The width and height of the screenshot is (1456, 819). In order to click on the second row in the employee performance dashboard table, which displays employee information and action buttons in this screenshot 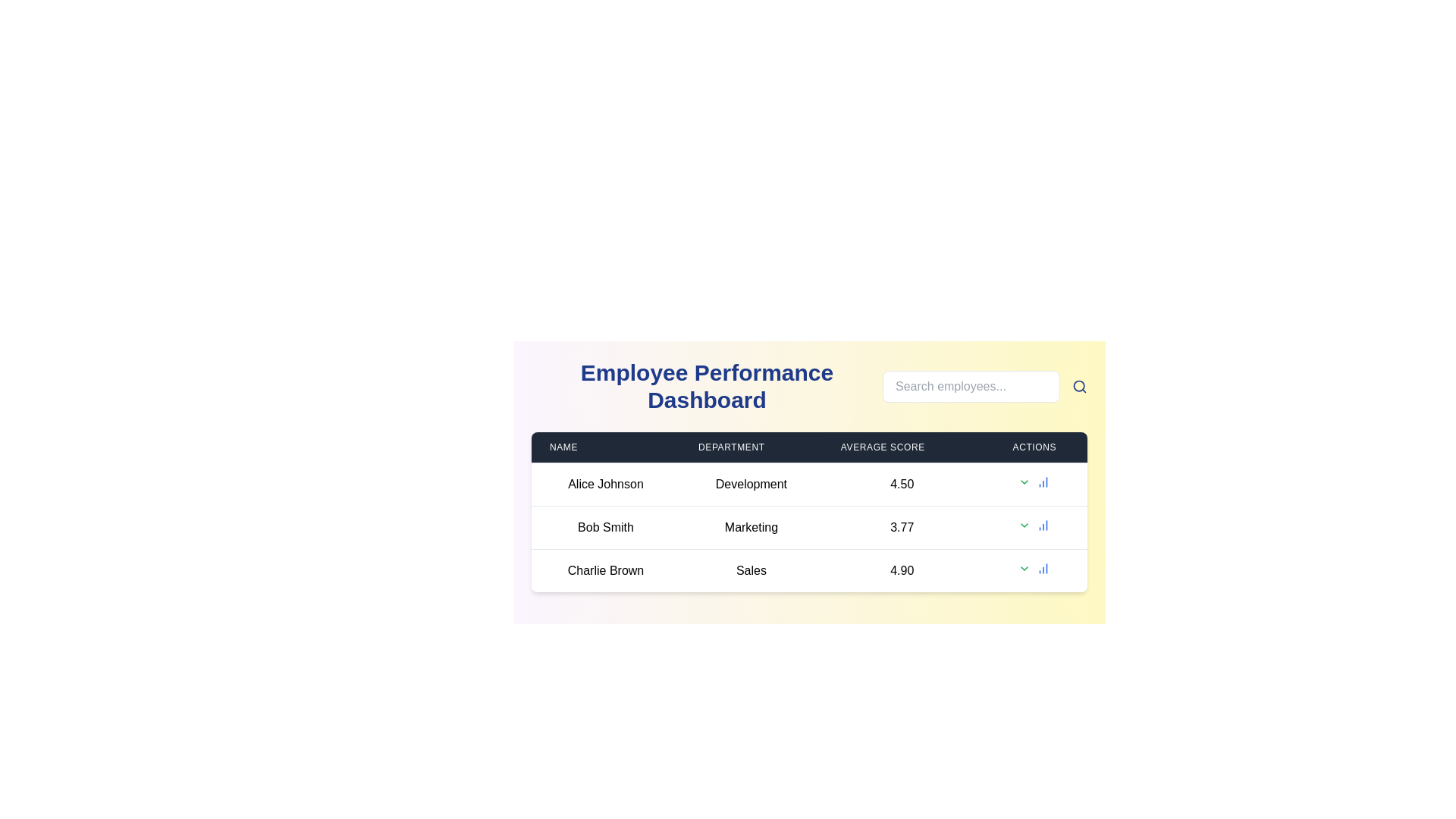, I will do `click(808, 526)`.